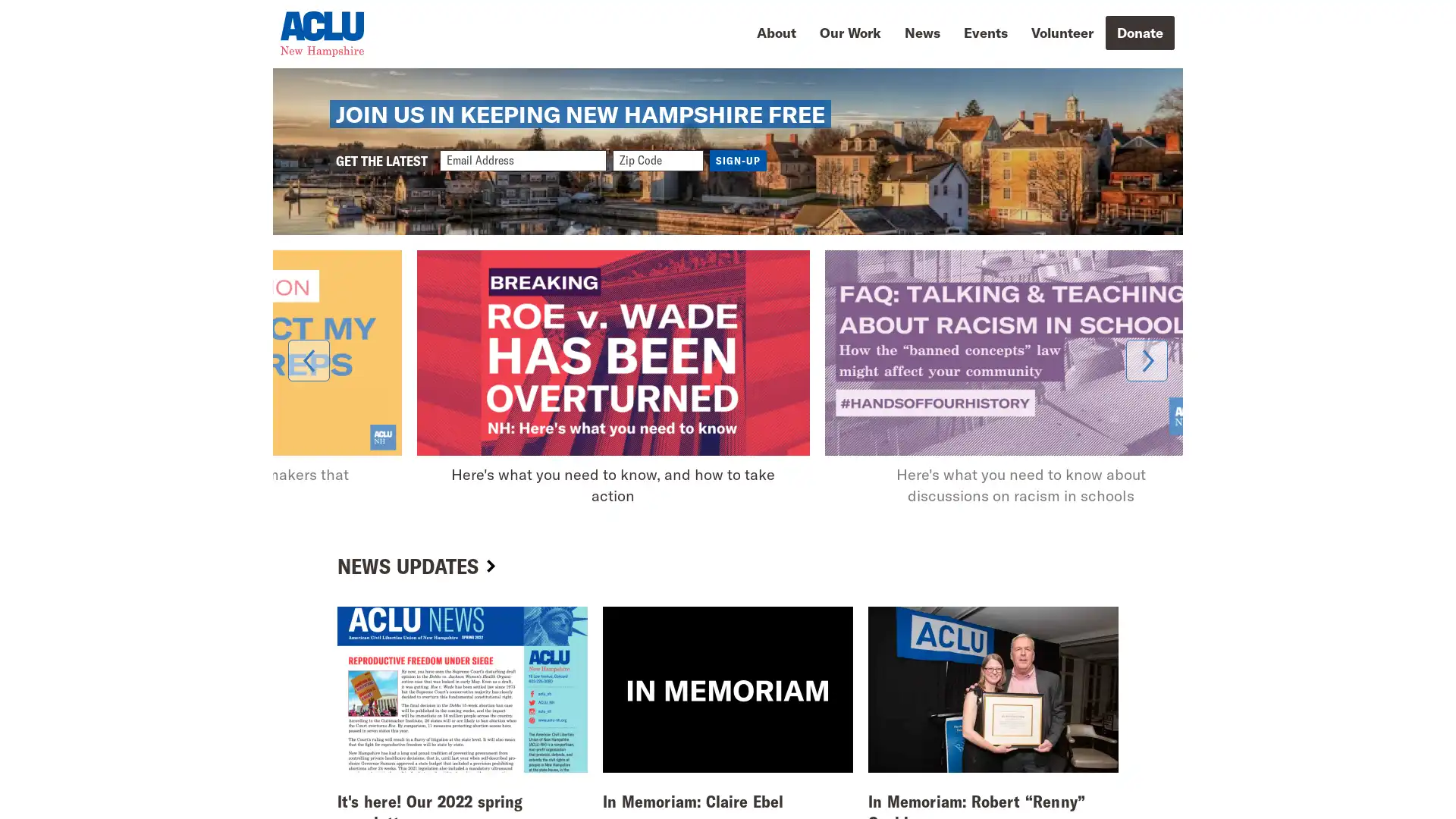  What do you see at coordinates (308, 419) in the screenshot?
I see `SHOW PREVIOUS STORIES` at bounding box center [308, 419].